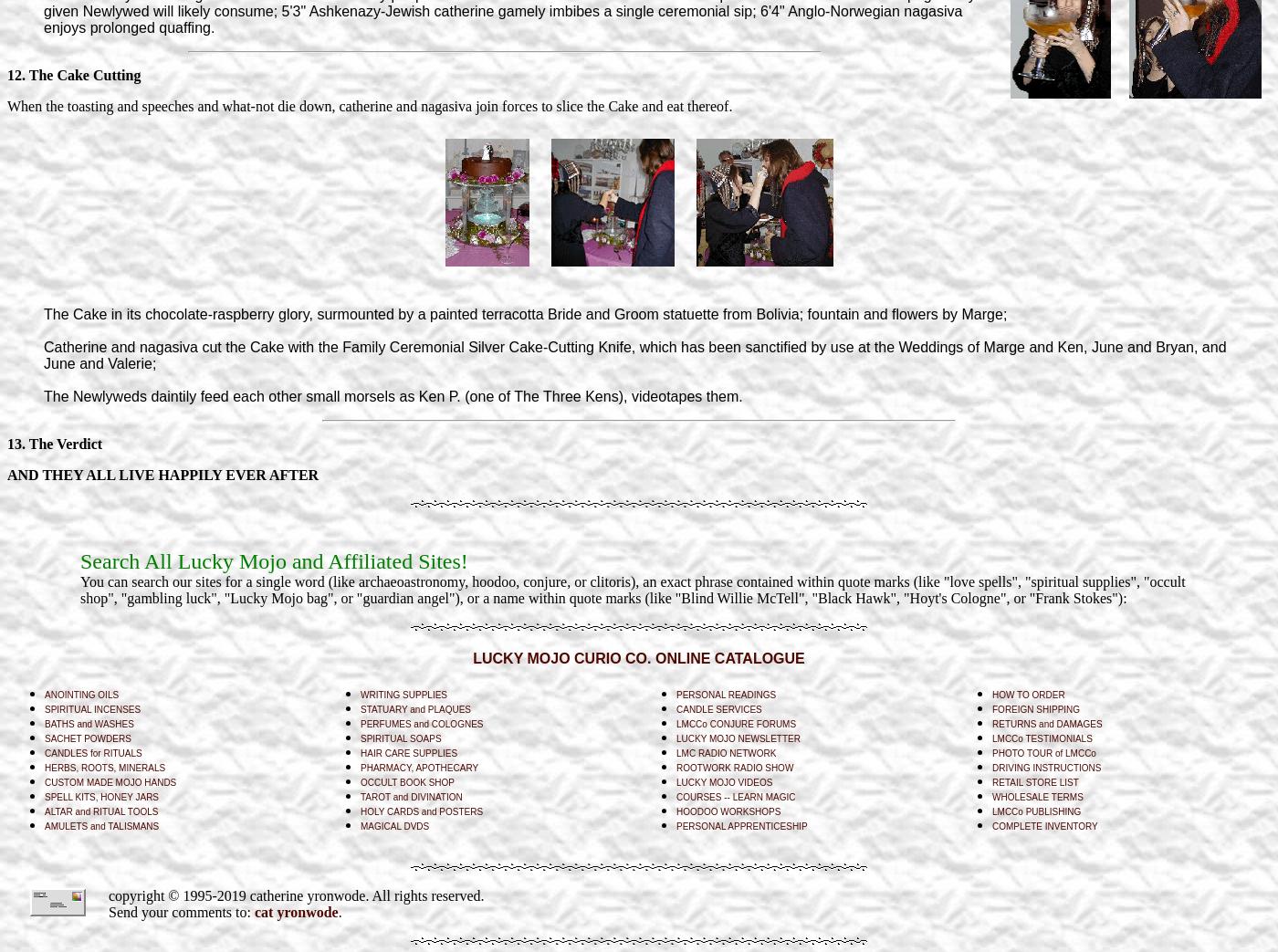 This screenshot has height=952, width=1278. Describe the element at coordinates (44, 354) in the screenshot. I see `'Catherine and nagasiva cut the Cake with the Family
Ceremonial Silver Cake-Cutting Knife, which has been
sanctified by use at the Weddings of Marge and Ken, June
and Bryan, and June and Valerie;'` at that location.